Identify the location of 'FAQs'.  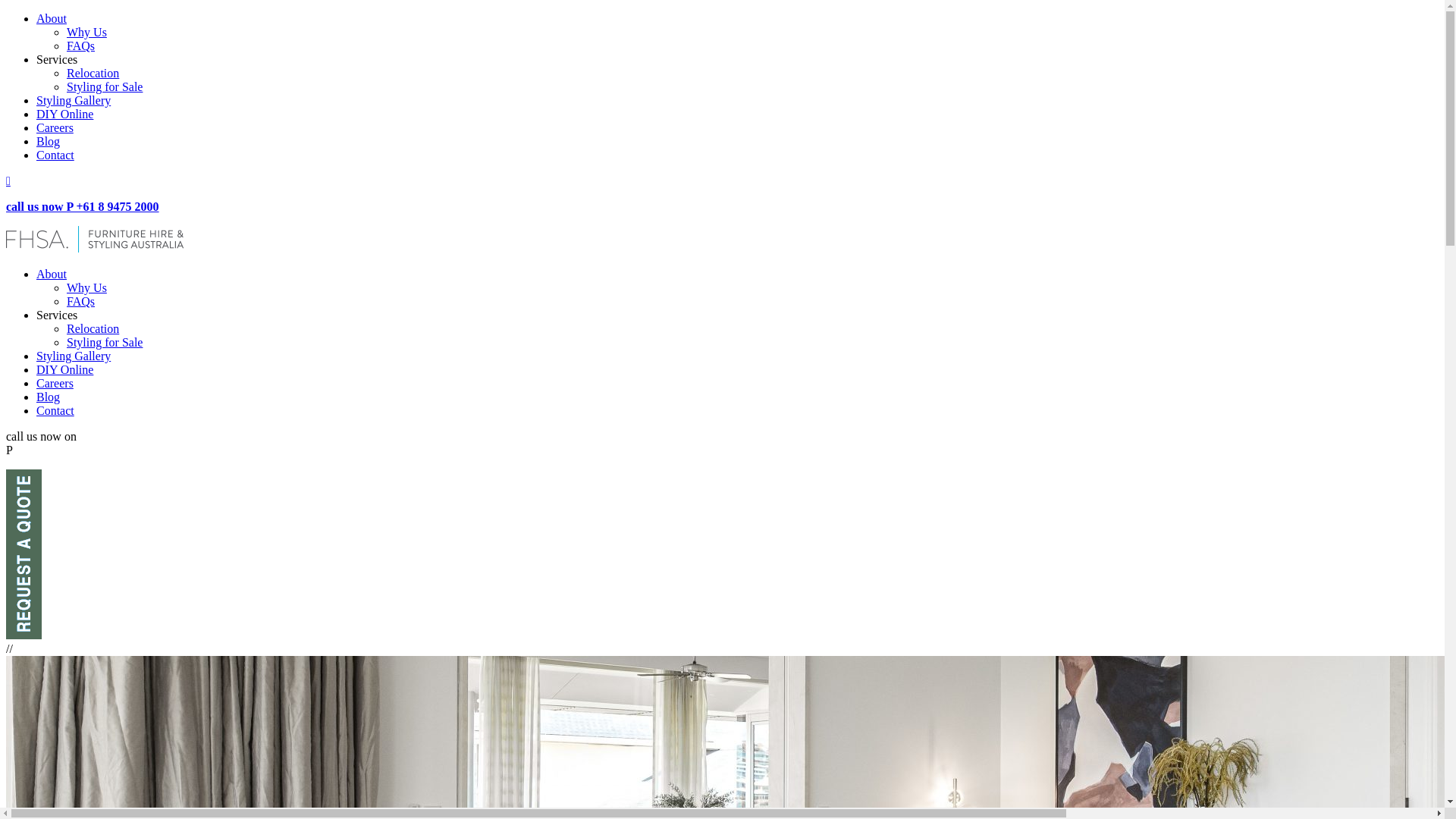
(80, 45).